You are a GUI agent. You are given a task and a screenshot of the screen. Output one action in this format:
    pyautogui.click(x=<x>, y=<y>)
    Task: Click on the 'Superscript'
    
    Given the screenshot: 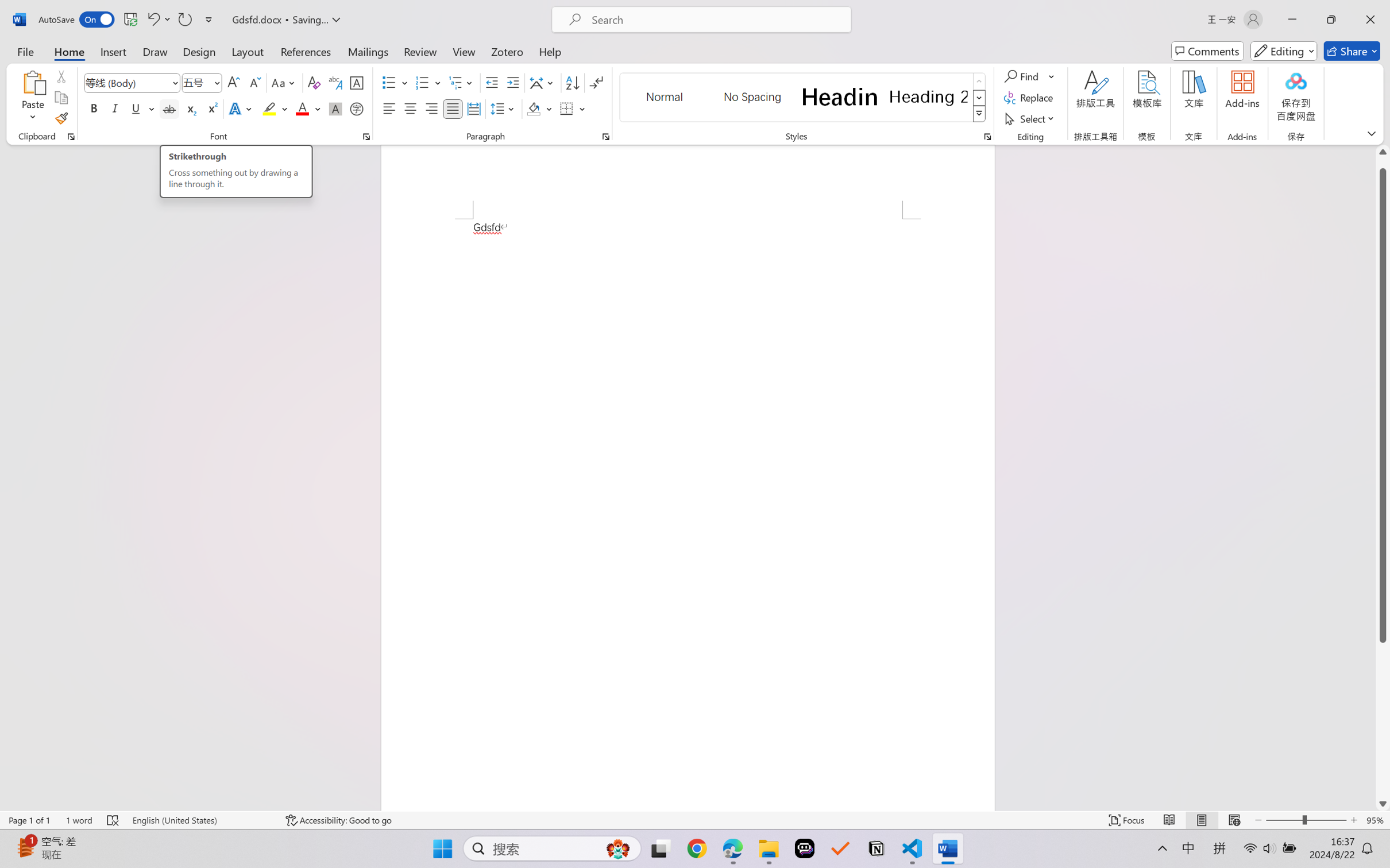 What is the action you would take?
    pyautogui.click(x=211, y=108)
    